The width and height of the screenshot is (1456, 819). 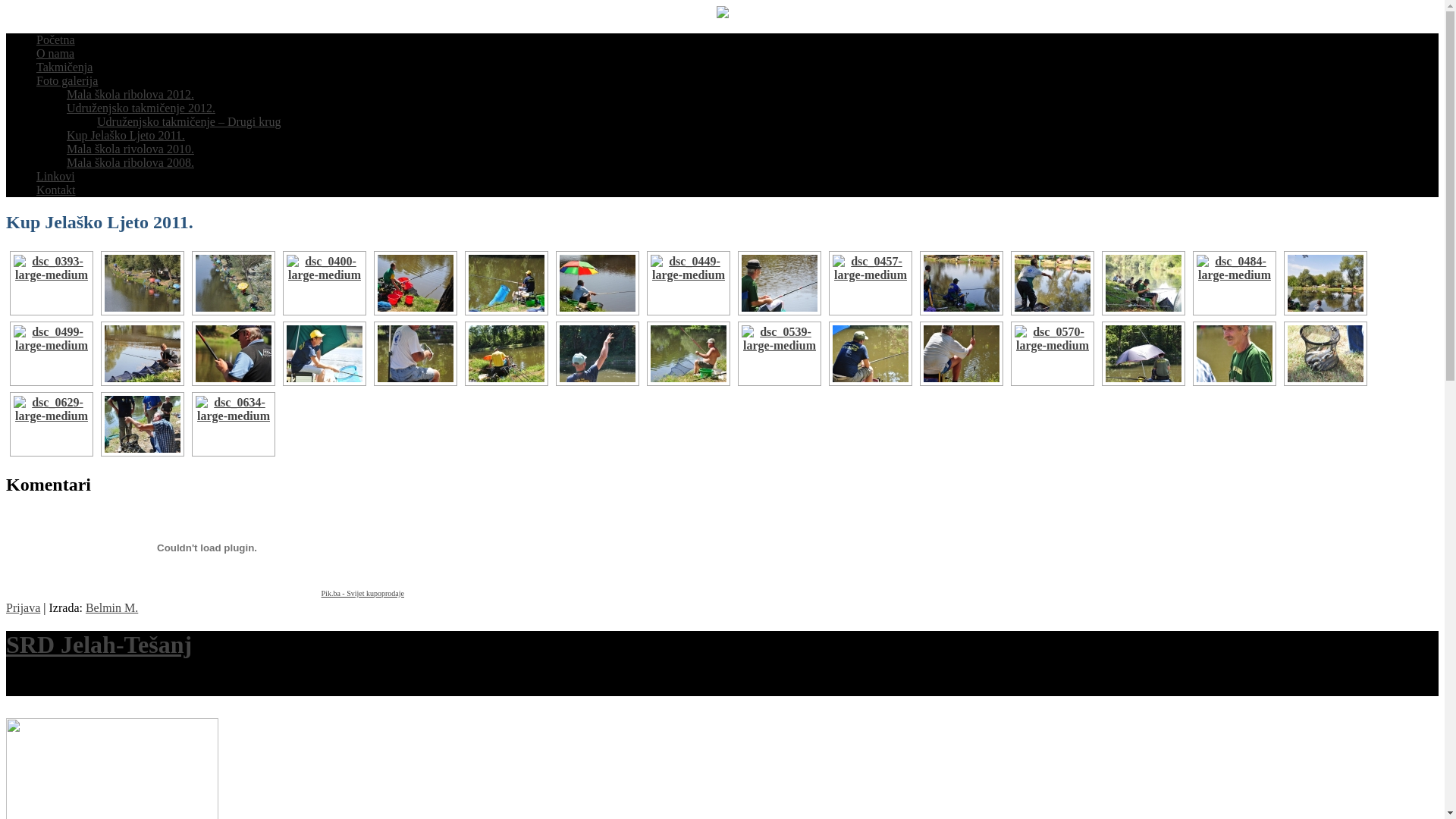 What do you see at coordinates (283, 283) in the screenshot?
I see `'dsc_0400-large-medium'` at bounding box center [283, 283].